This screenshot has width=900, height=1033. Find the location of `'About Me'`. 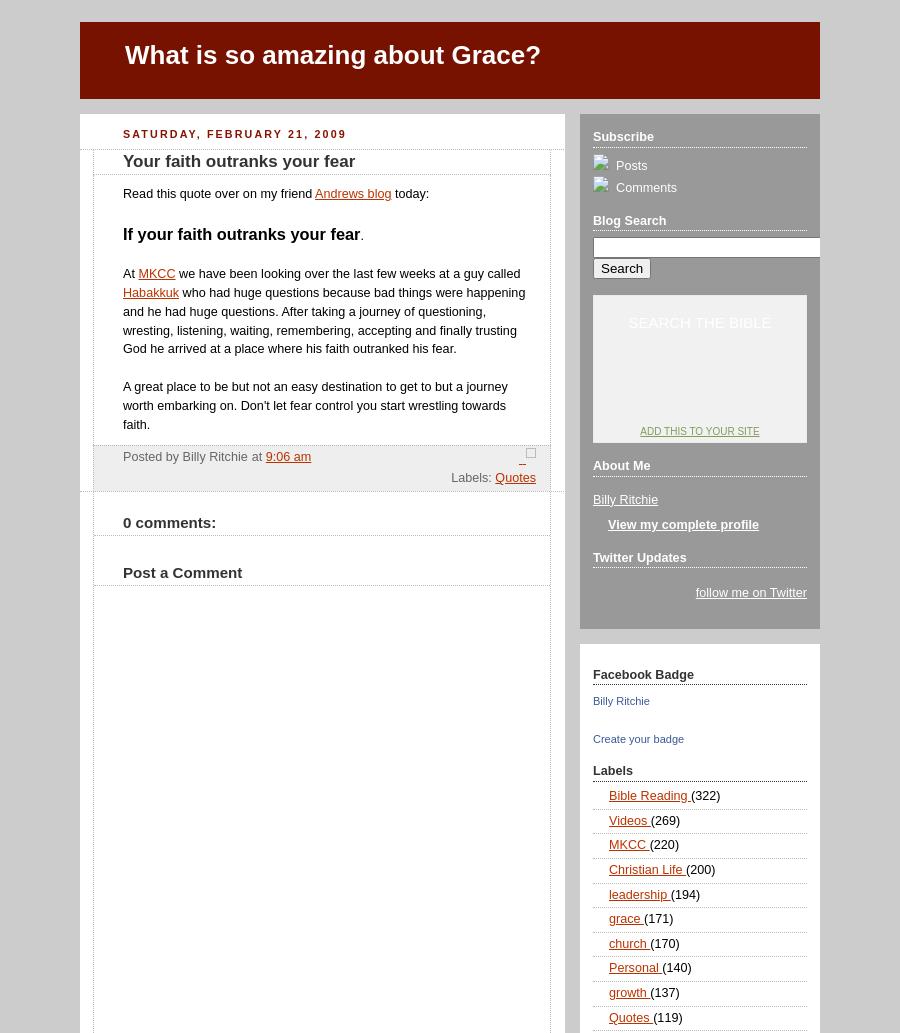

'About Me' is located at coordinates (593, 464).